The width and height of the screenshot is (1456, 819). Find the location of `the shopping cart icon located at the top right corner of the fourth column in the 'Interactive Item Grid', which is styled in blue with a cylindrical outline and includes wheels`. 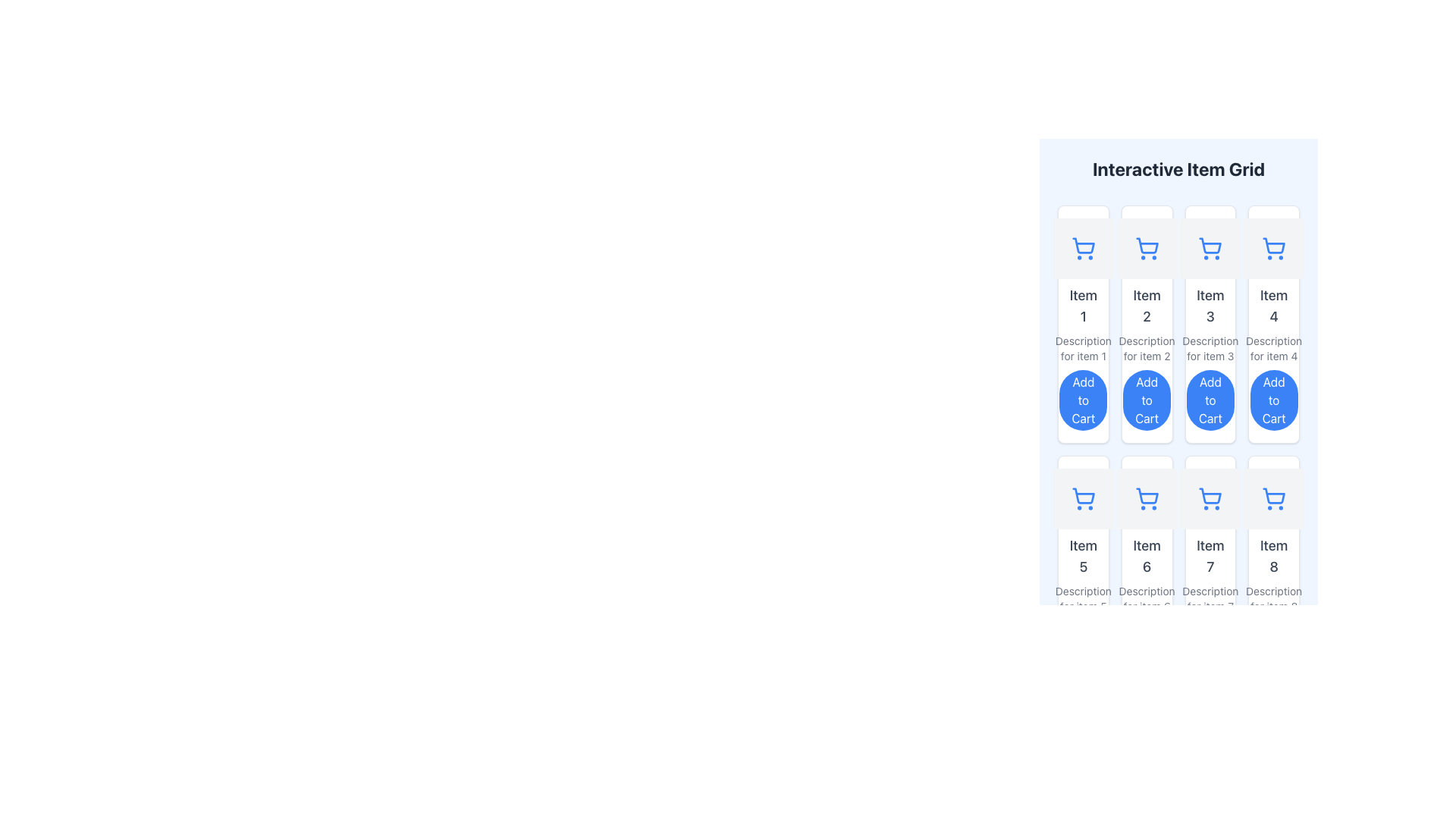

the shopping cart icon located at the top right corner of the fourth column in the 'Interactive Item Grid', which is styled in blue with a cylindrical outline and includes wheels is located at coordinates (1274, 247).